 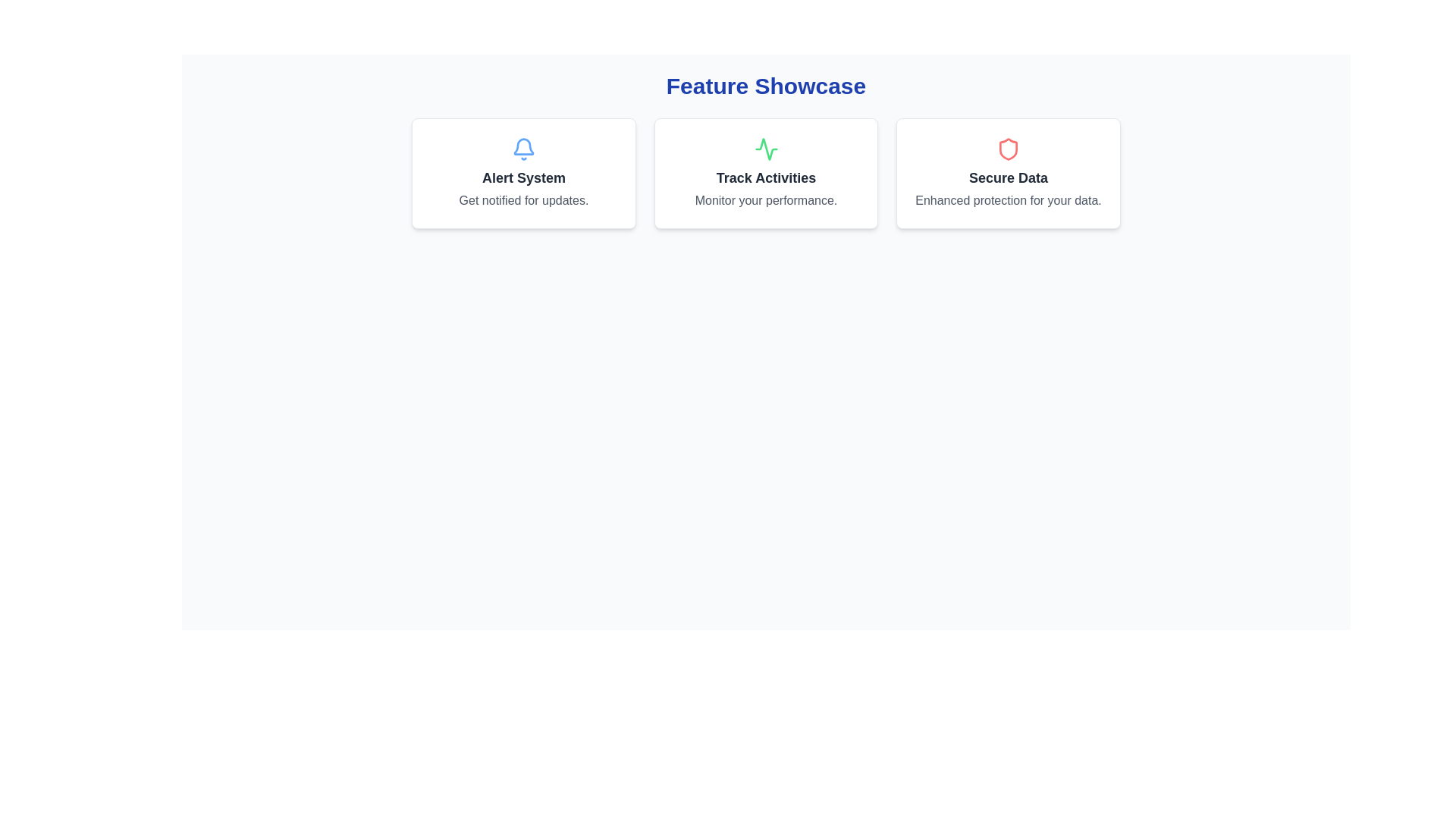 What do you see at coordinates (524, 146) in the screenshot?
I see `the notification icon located in the 'Alert System' section, which is centered above the text 'Get notified for updates.'` at bounding box center [524, 146].